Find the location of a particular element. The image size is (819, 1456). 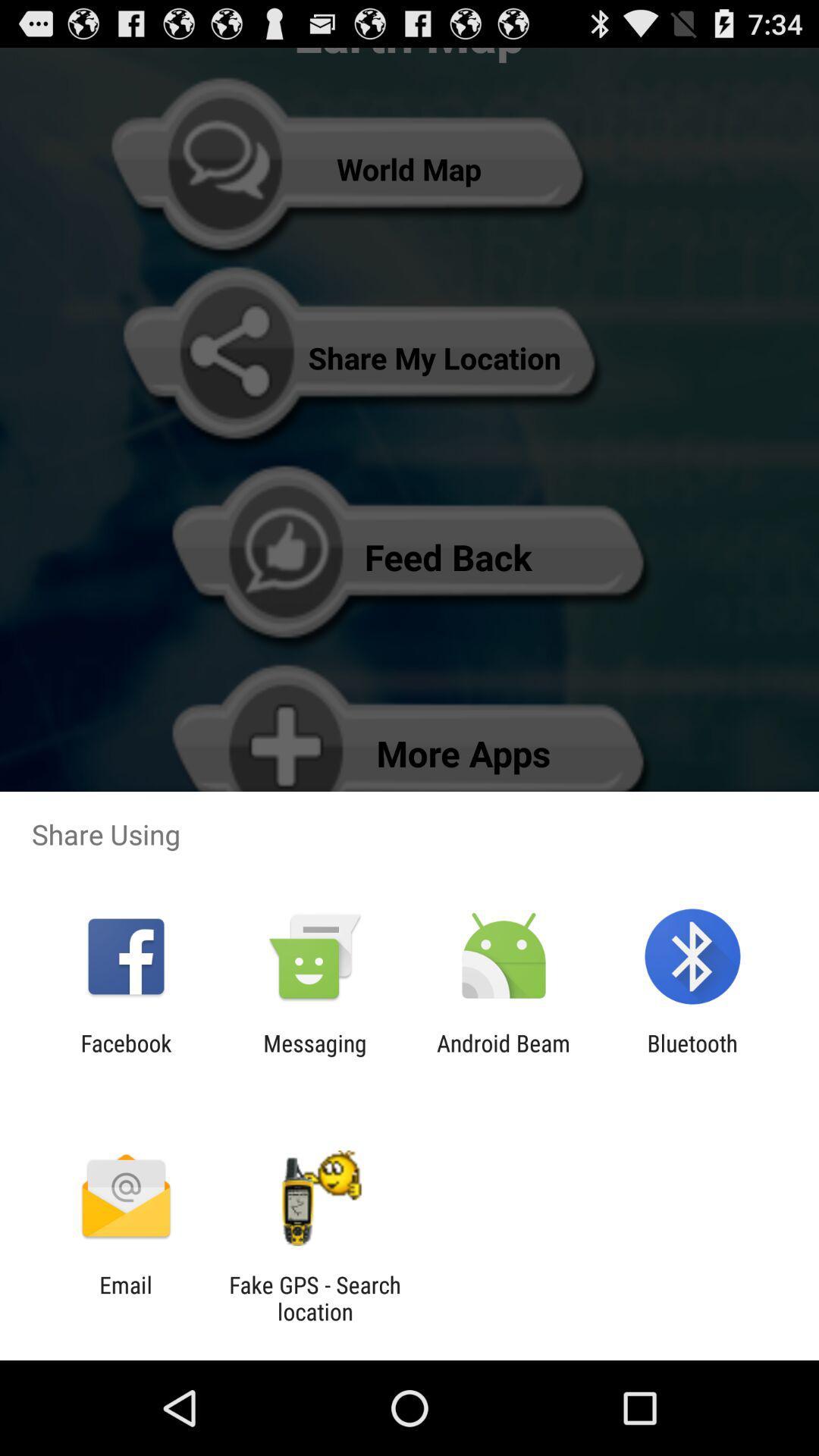

the email icon is located at coordinates (125, 1298).